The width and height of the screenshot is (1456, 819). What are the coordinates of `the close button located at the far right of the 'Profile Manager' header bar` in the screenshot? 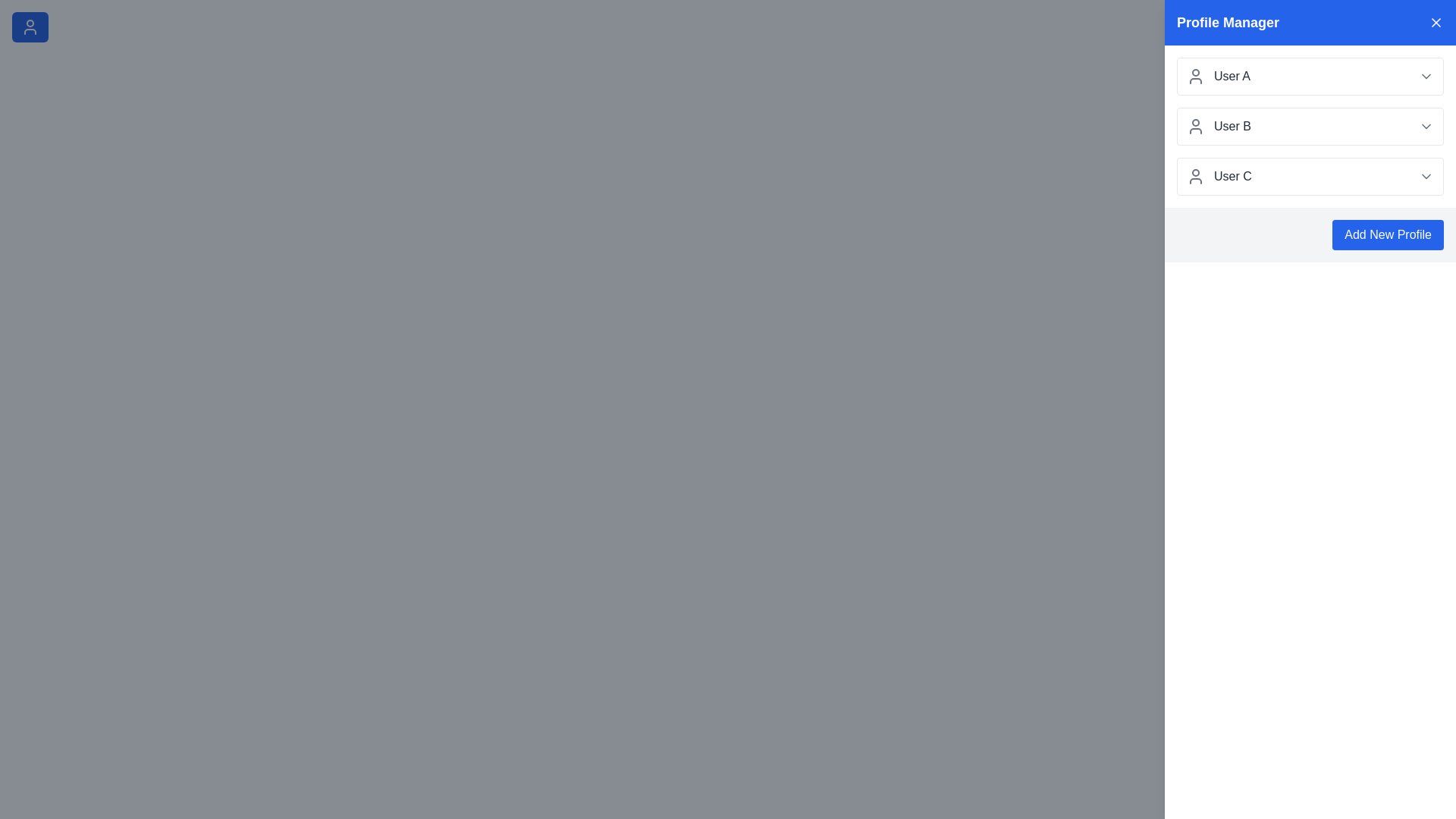 It's located at (1436, 23).